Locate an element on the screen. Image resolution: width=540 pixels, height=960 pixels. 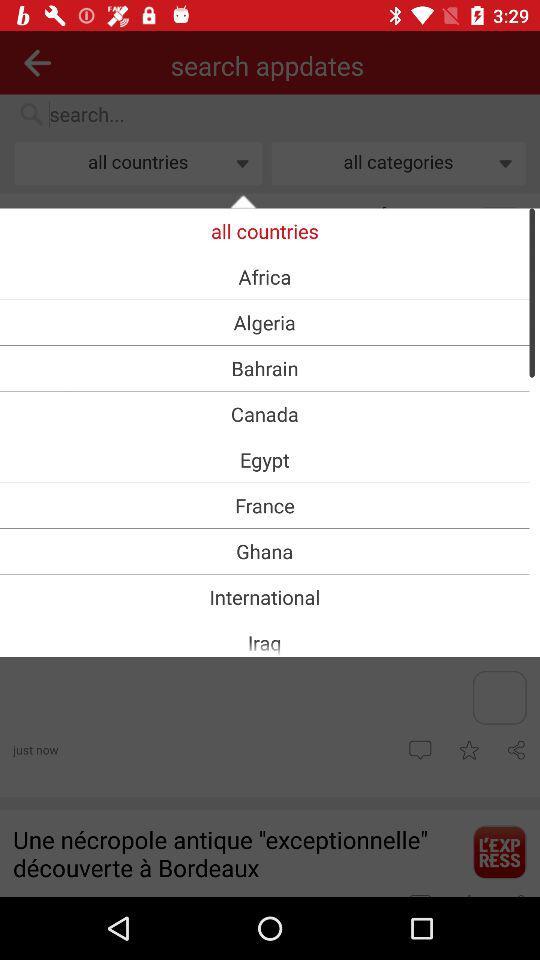
icon above international item is located at coordinates (264, 551).